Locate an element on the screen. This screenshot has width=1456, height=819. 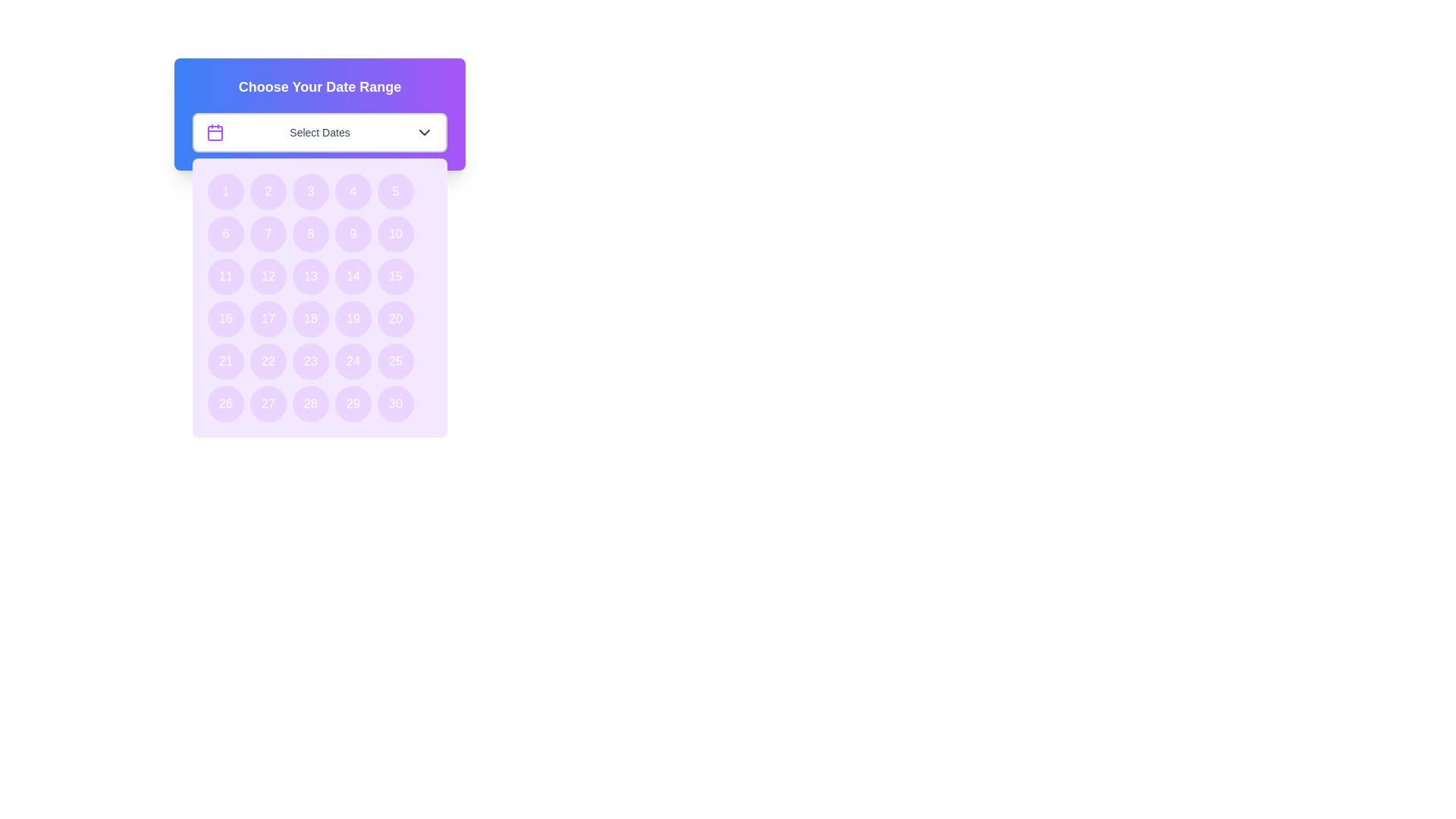
the button labeled '10' in the date selector popup is located at coordinates (396, 234).